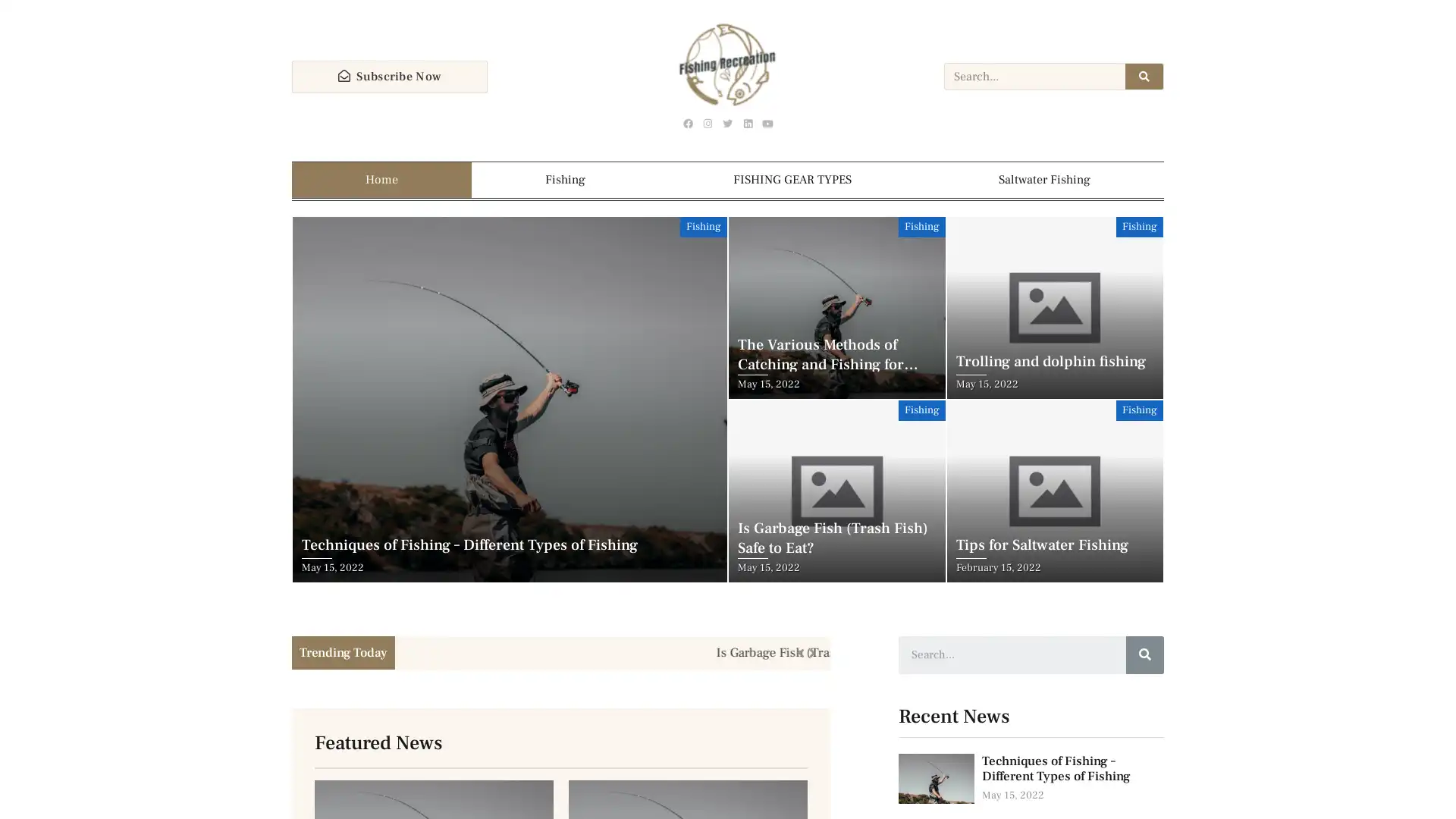  Describe the element at coordinates (799, 651) in the screenshot. I see `Previous slide` at that location.